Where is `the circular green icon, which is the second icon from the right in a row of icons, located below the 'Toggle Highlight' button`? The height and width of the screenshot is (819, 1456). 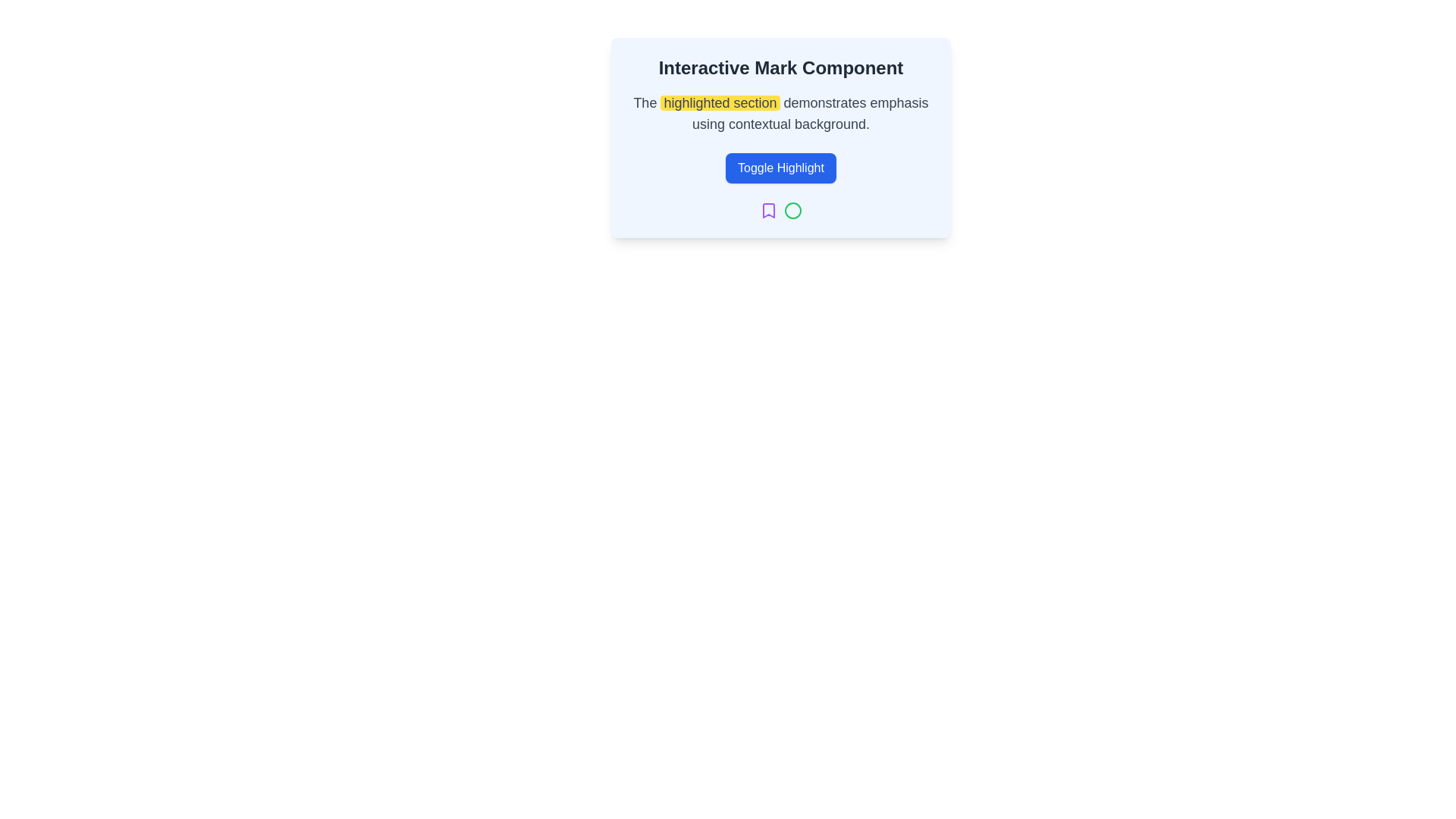 the circular green icon, which is the second icon from the right in a row of icons, located below the 'Toggle Highlight' button is located at coordinates (792, 210).